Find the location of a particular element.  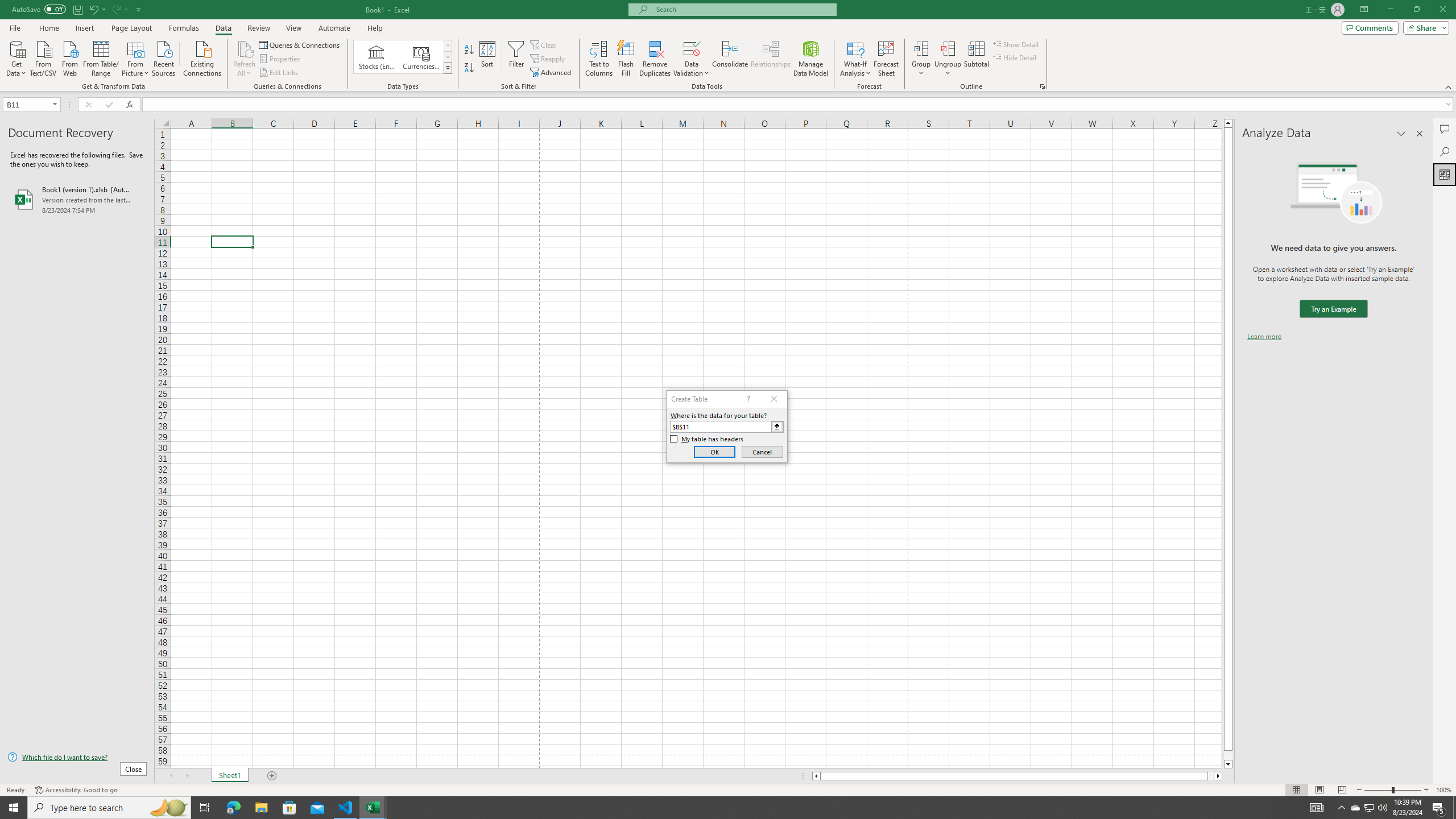

'Consolidate...' is located at coordinates (730, 59).